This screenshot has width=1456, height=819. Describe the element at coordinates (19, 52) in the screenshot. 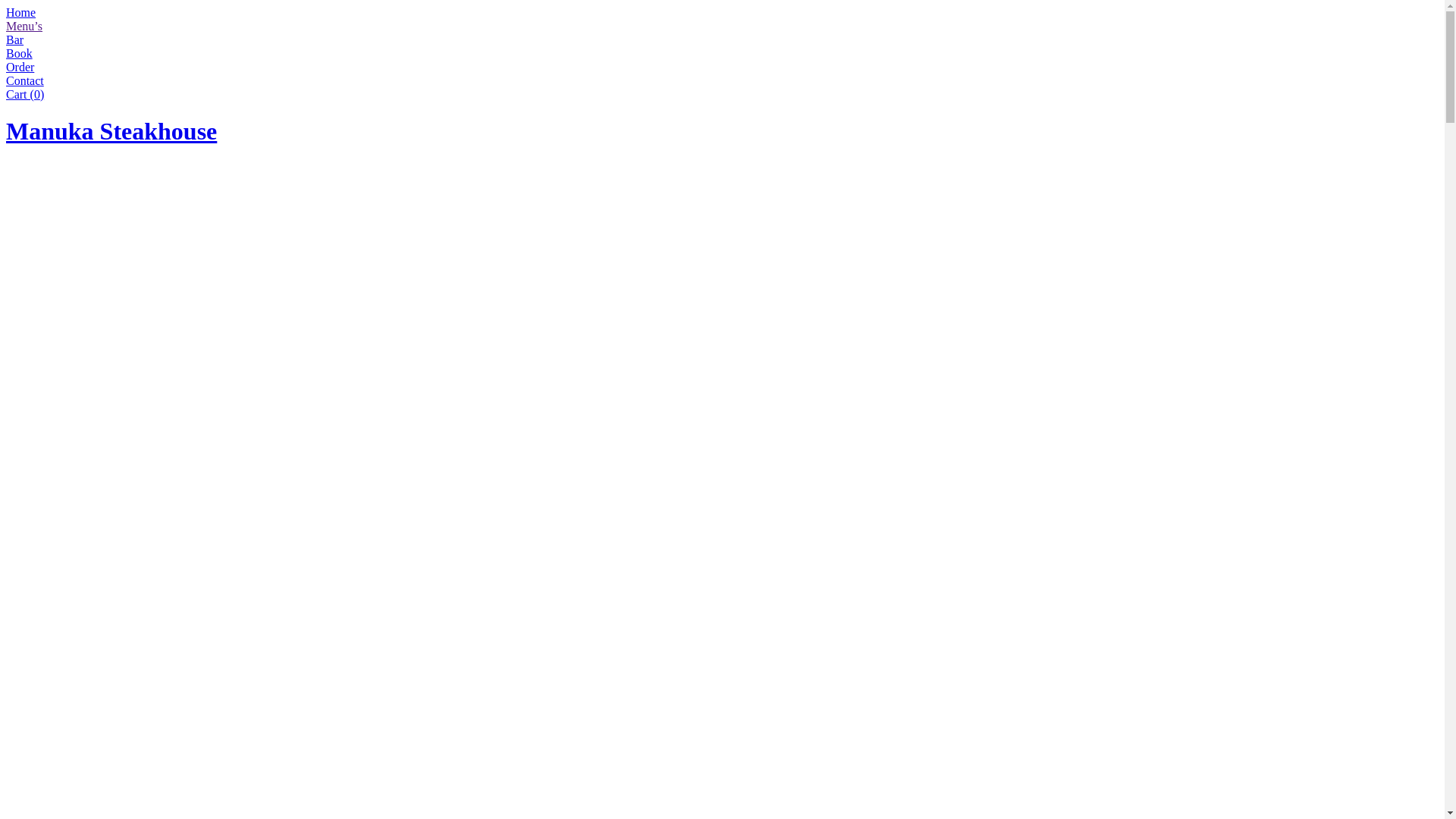

I see `'Book'` at that location.